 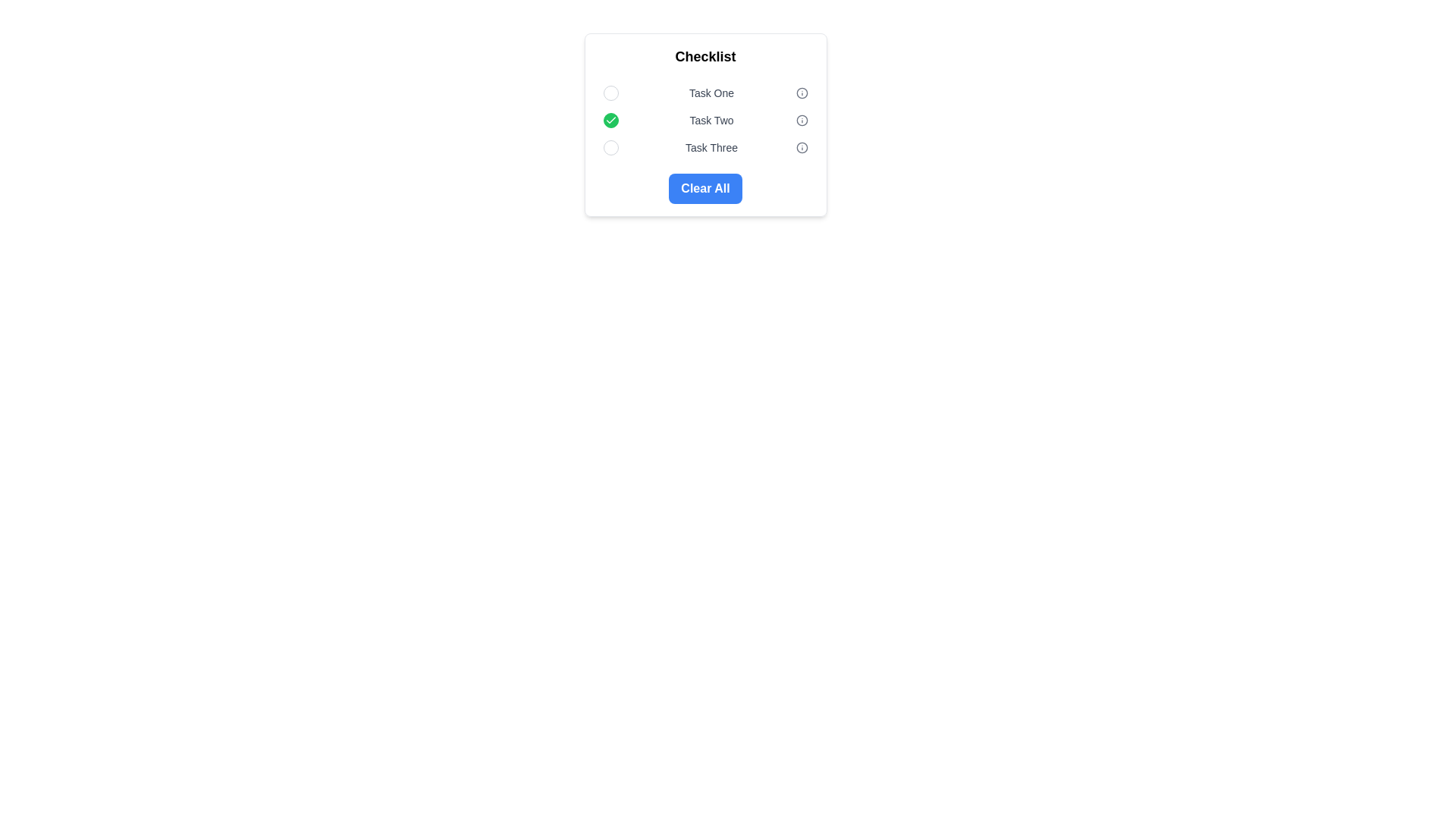 I want to click on the info icon located at the end of the 'Task Two' list item, so click(x=801, y=119).